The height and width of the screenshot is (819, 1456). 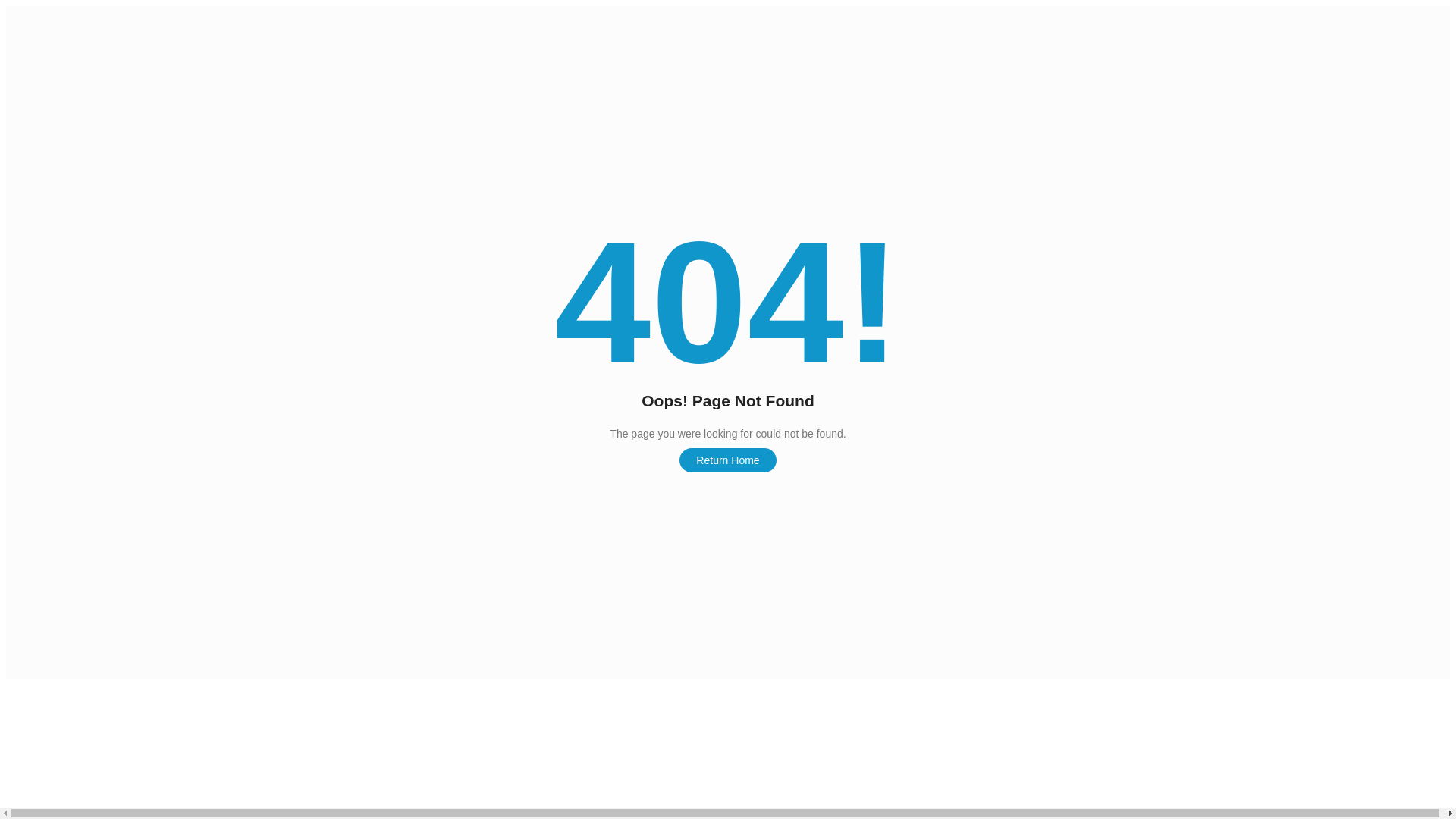 What do you see at coordinates (679, 459) in the screenshot?
I see `'Return Home'` at bounding box center [679, 459].